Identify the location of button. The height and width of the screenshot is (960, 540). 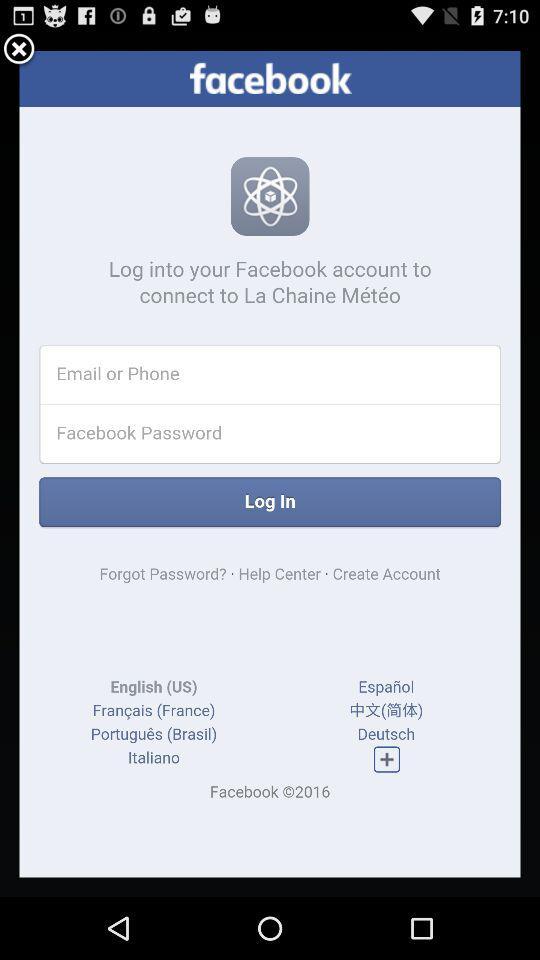
(18, 49).